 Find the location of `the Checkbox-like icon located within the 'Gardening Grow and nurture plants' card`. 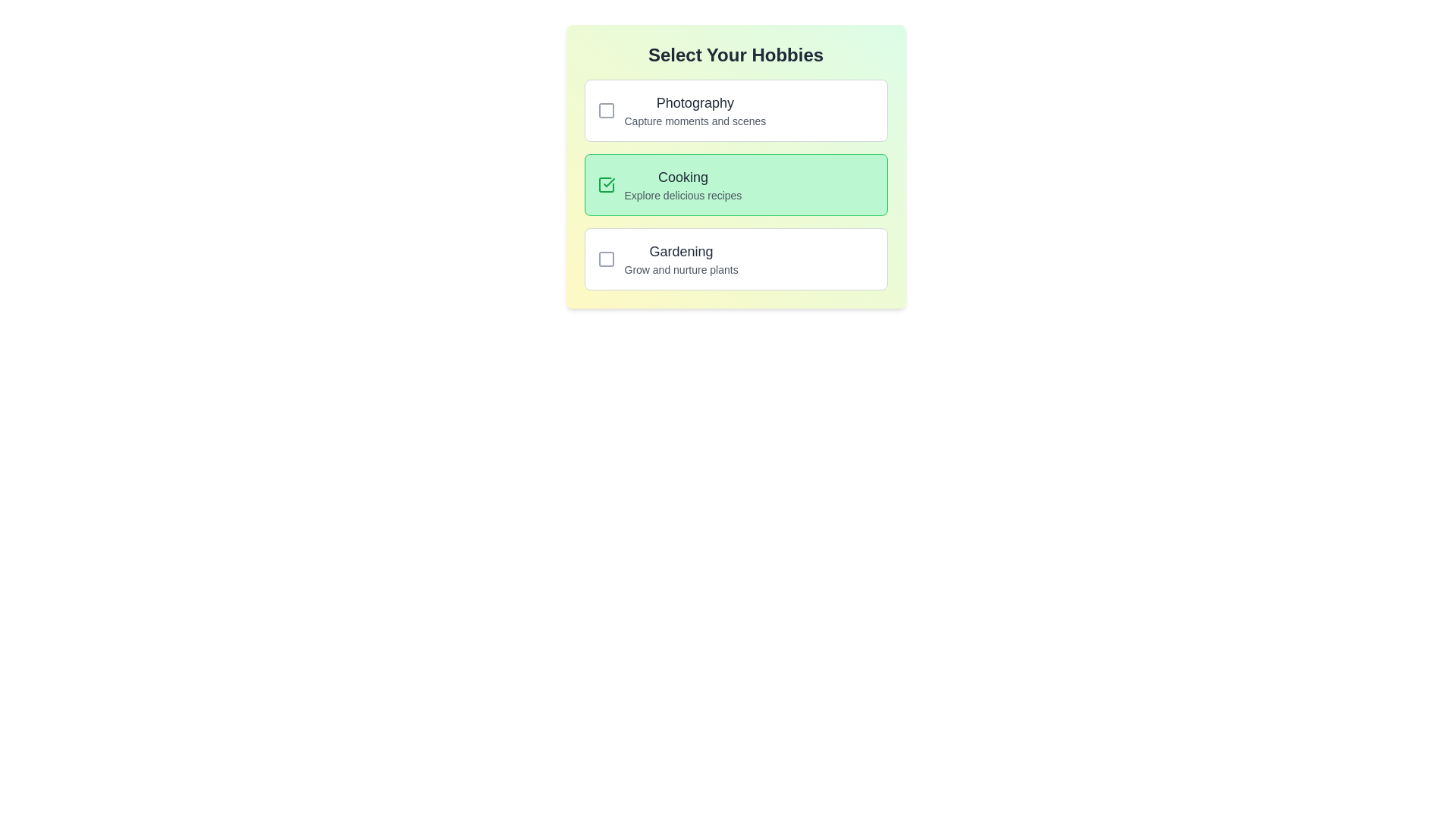

the Checkbox-like icon located within the 'Gardening Grow and nurture plants' card is located at coordinates (605, 259).